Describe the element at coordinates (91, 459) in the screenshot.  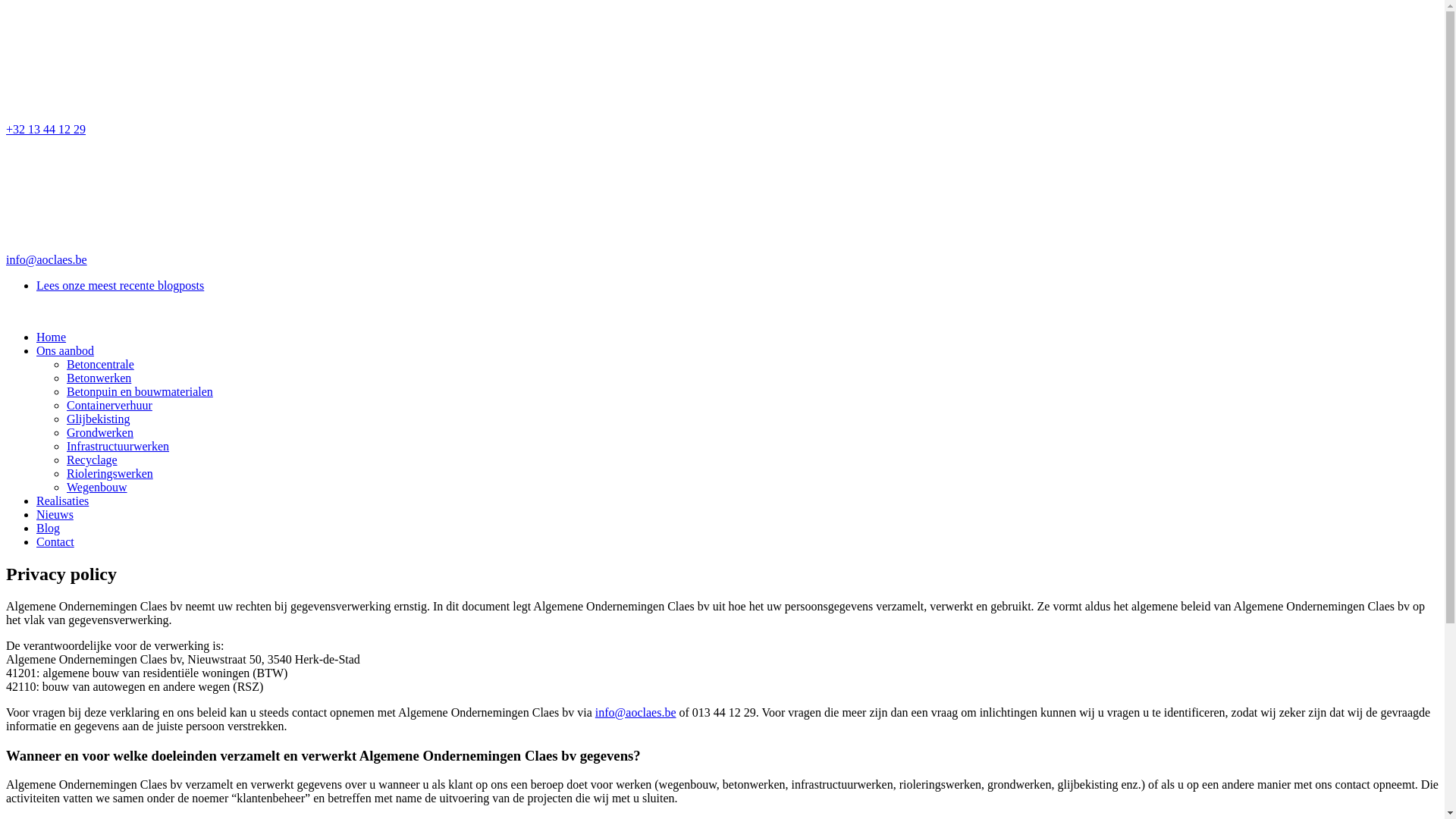
I see `'Recyclage'` at that location.